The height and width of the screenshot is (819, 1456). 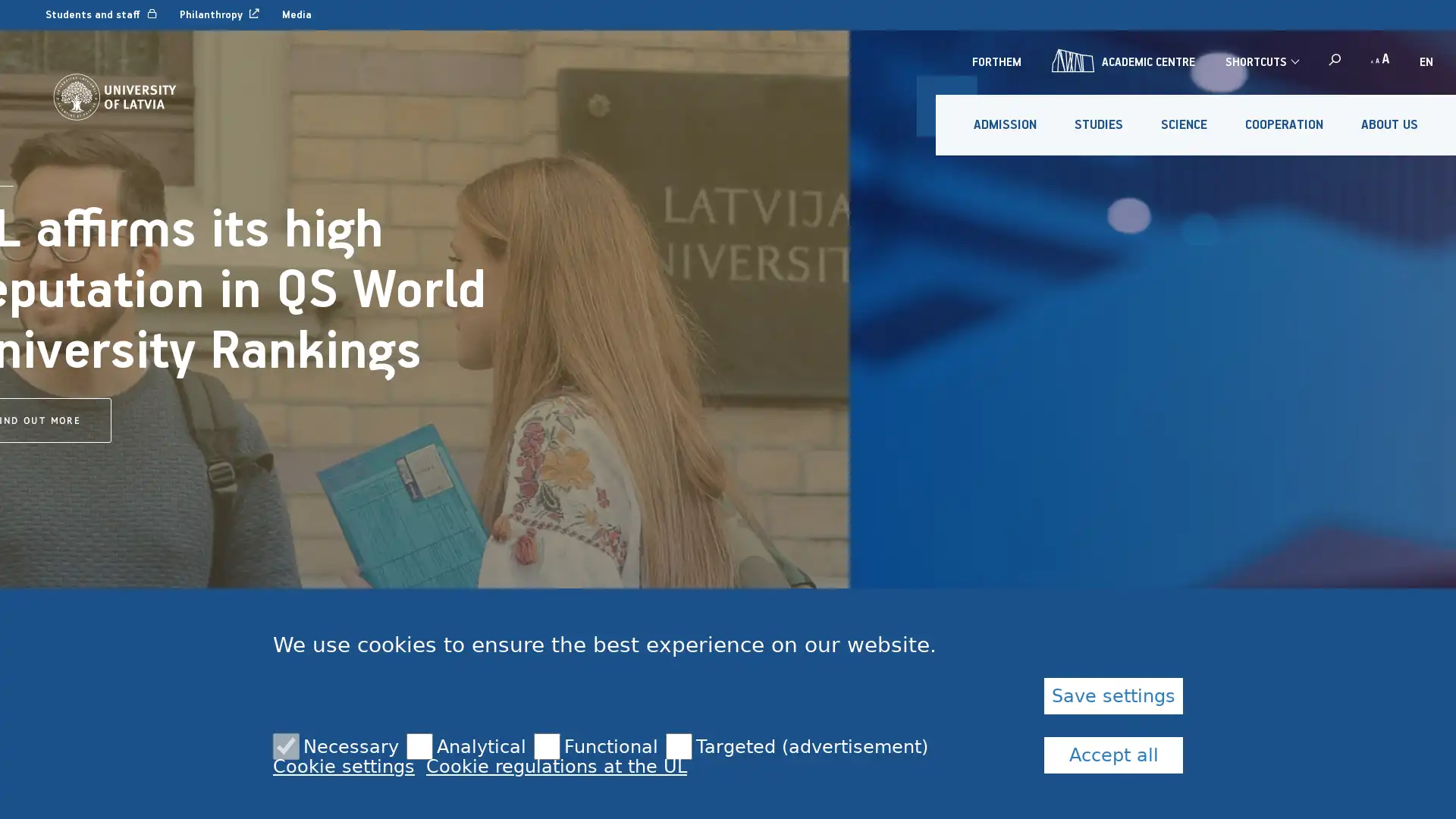 What do you see at coordinates (1099, 124) in the screenshot?
I see `STUDIES` at bounding box center [1099, 124].